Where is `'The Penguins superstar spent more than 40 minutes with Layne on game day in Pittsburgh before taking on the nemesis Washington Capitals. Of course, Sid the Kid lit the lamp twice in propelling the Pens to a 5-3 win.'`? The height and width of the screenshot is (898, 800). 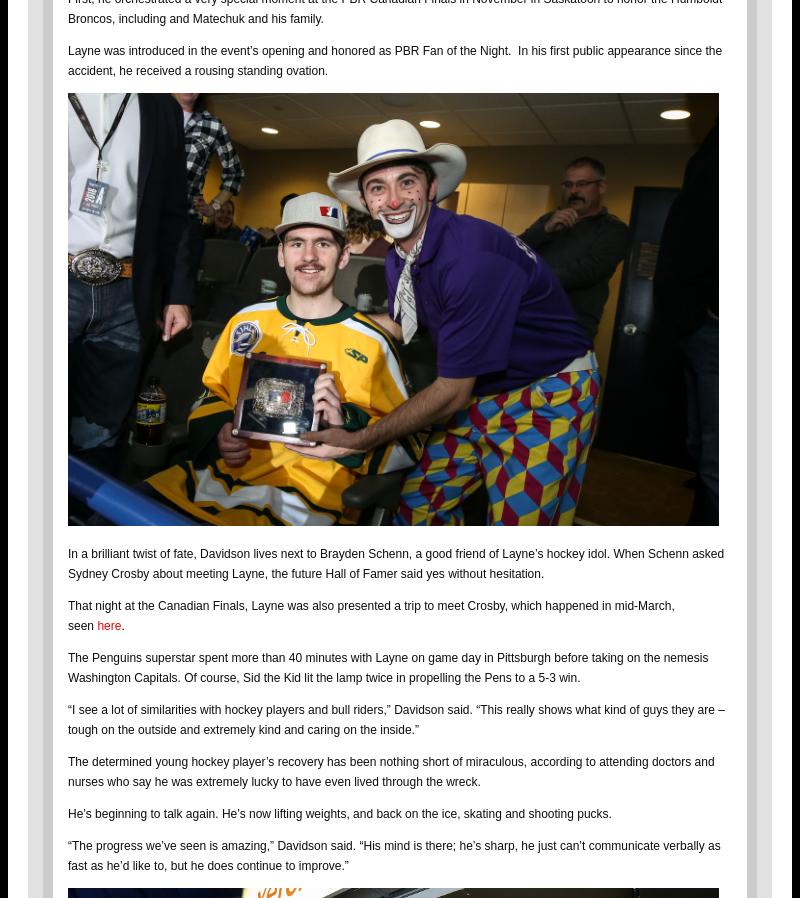
'The Penguins superstar spent more than 40 minutes with Layne on game day in Pittsburgh before taking on the nemesis Washington Capitals. Of course, Sid the Kid lit the lamp twice in propelling the Pens to a 5-3 win.' is located at coordinates (387, 666).